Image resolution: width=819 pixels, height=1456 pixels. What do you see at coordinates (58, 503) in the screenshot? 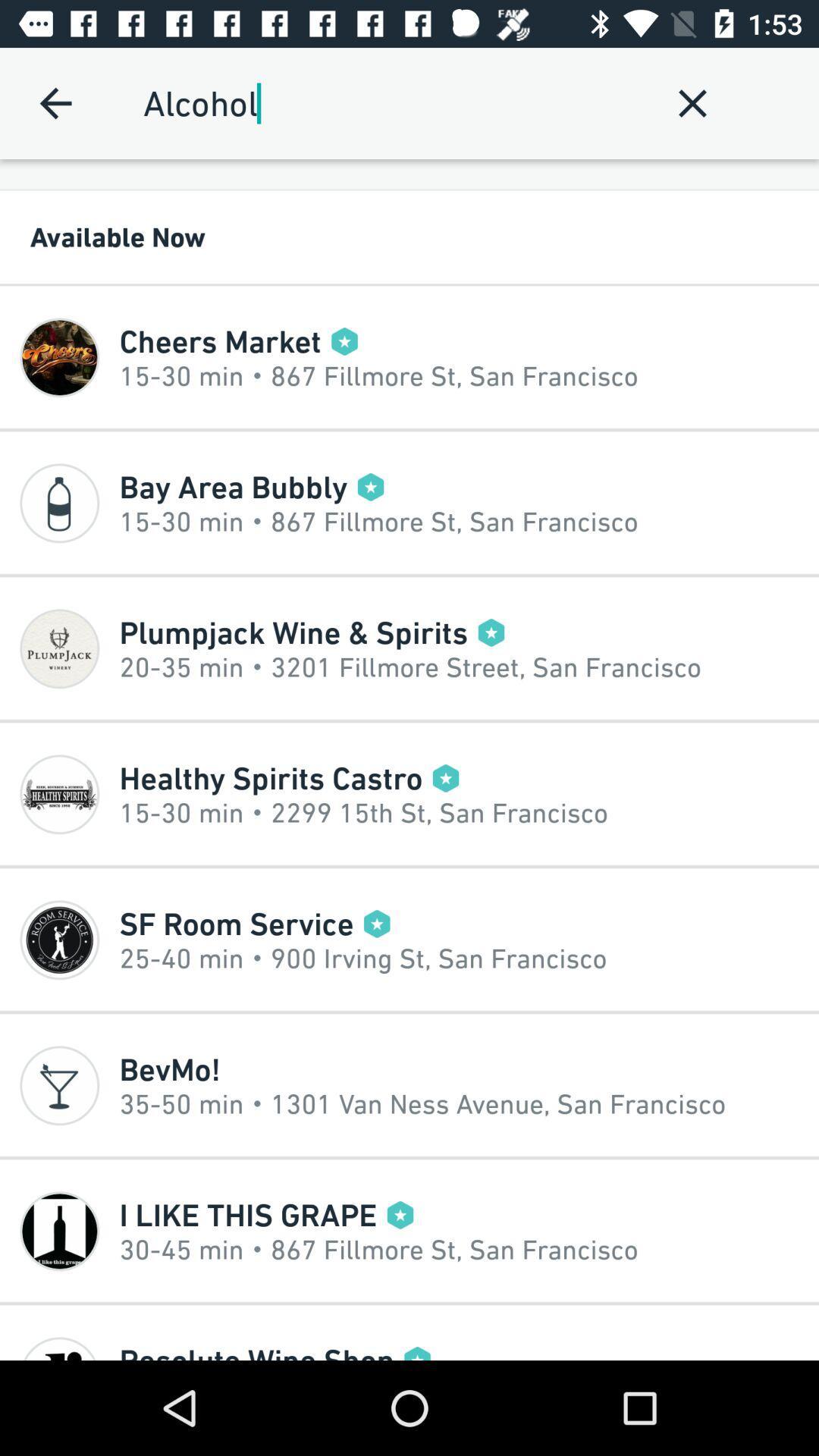
I see `left of bay area bubbly` at bounding box center [58, 503].